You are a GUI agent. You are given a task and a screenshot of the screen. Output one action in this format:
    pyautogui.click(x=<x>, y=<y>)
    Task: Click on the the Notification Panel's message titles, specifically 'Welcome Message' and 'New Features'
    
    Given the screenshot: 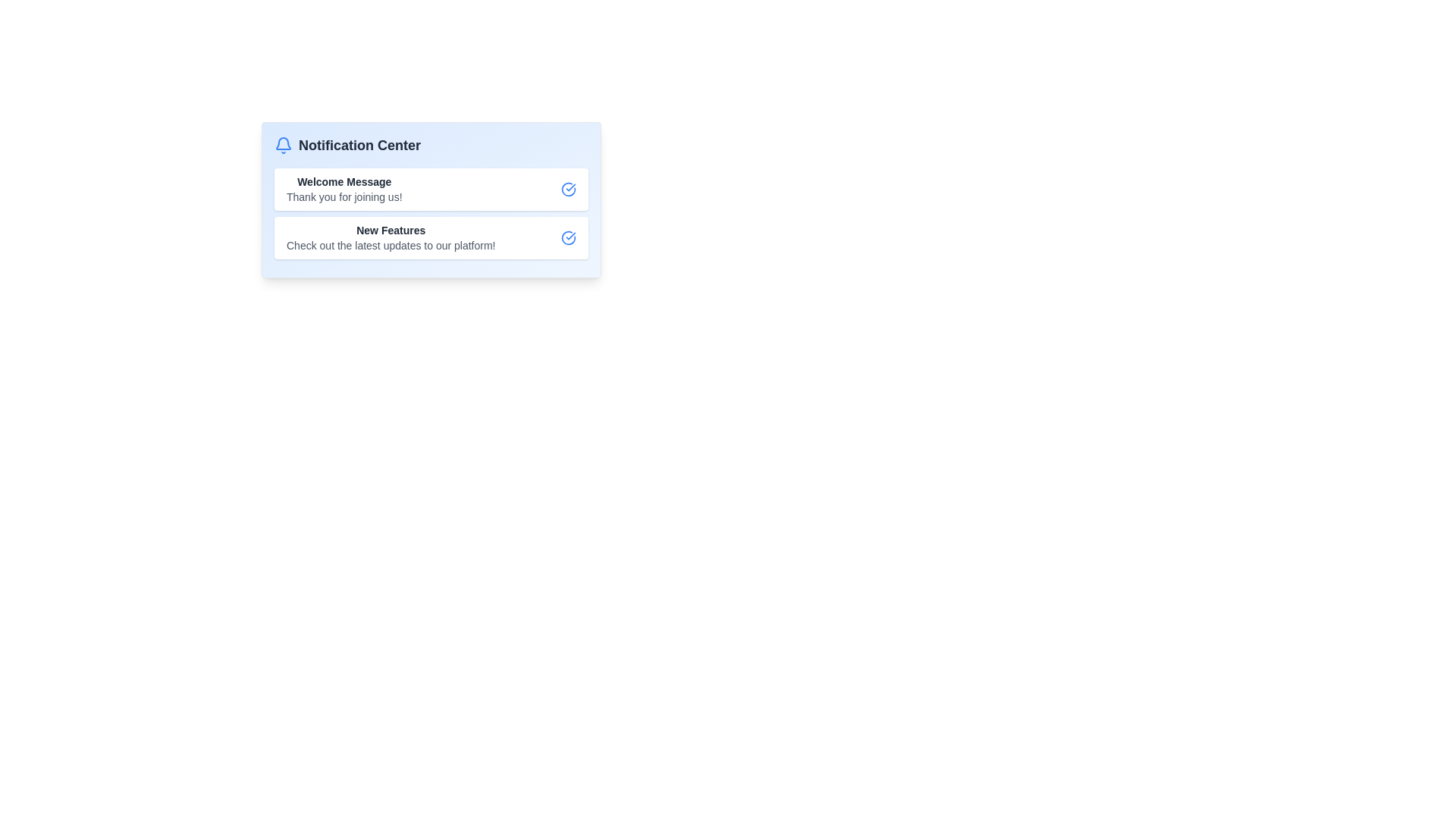 What is the action you would take?
    pyautogui.click(x=431, y=199)
    